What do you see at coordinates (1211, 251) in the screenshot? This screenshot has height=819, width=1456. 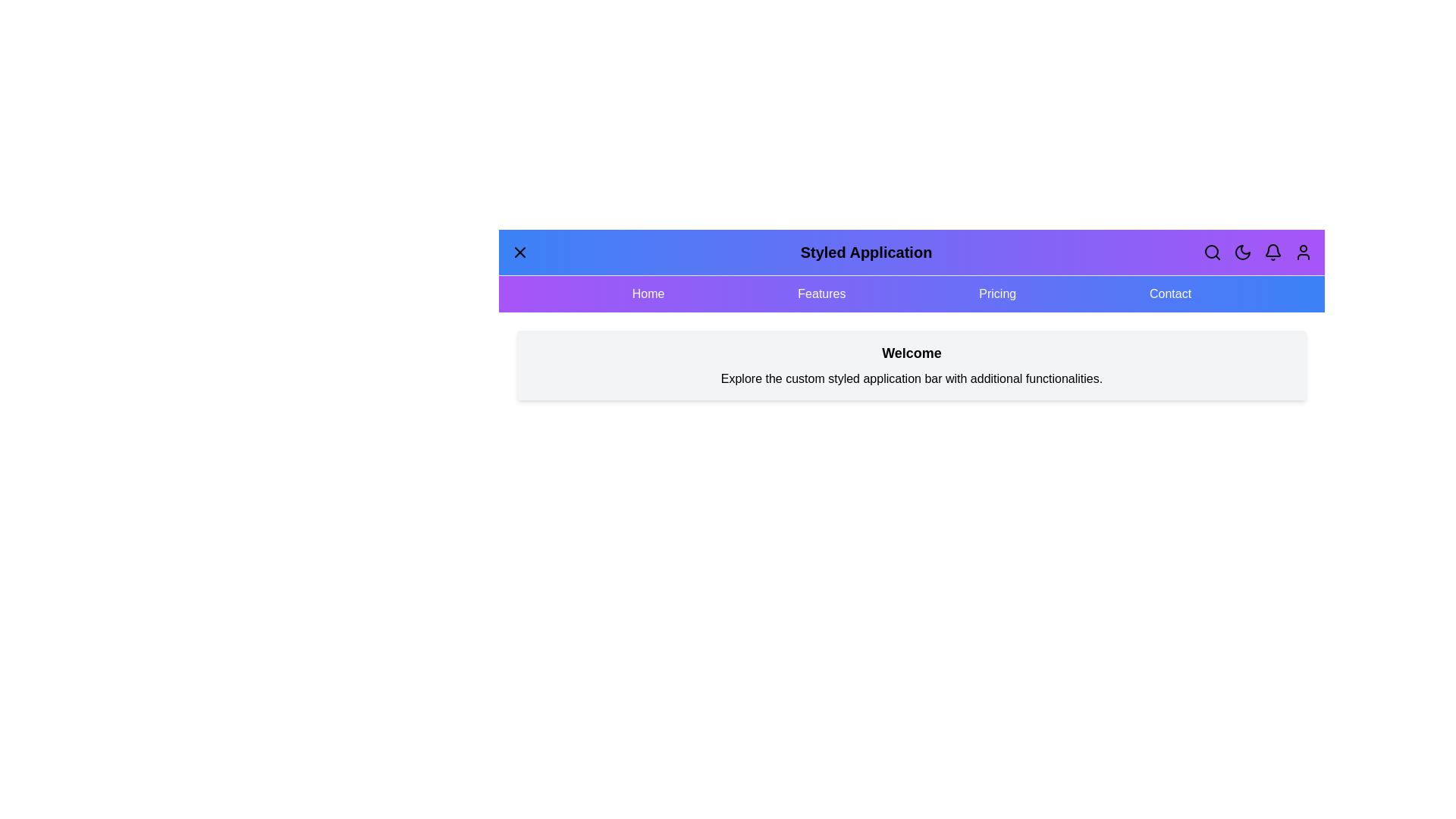 I see `the specified header button Search` at bounding box center [1211, 251].